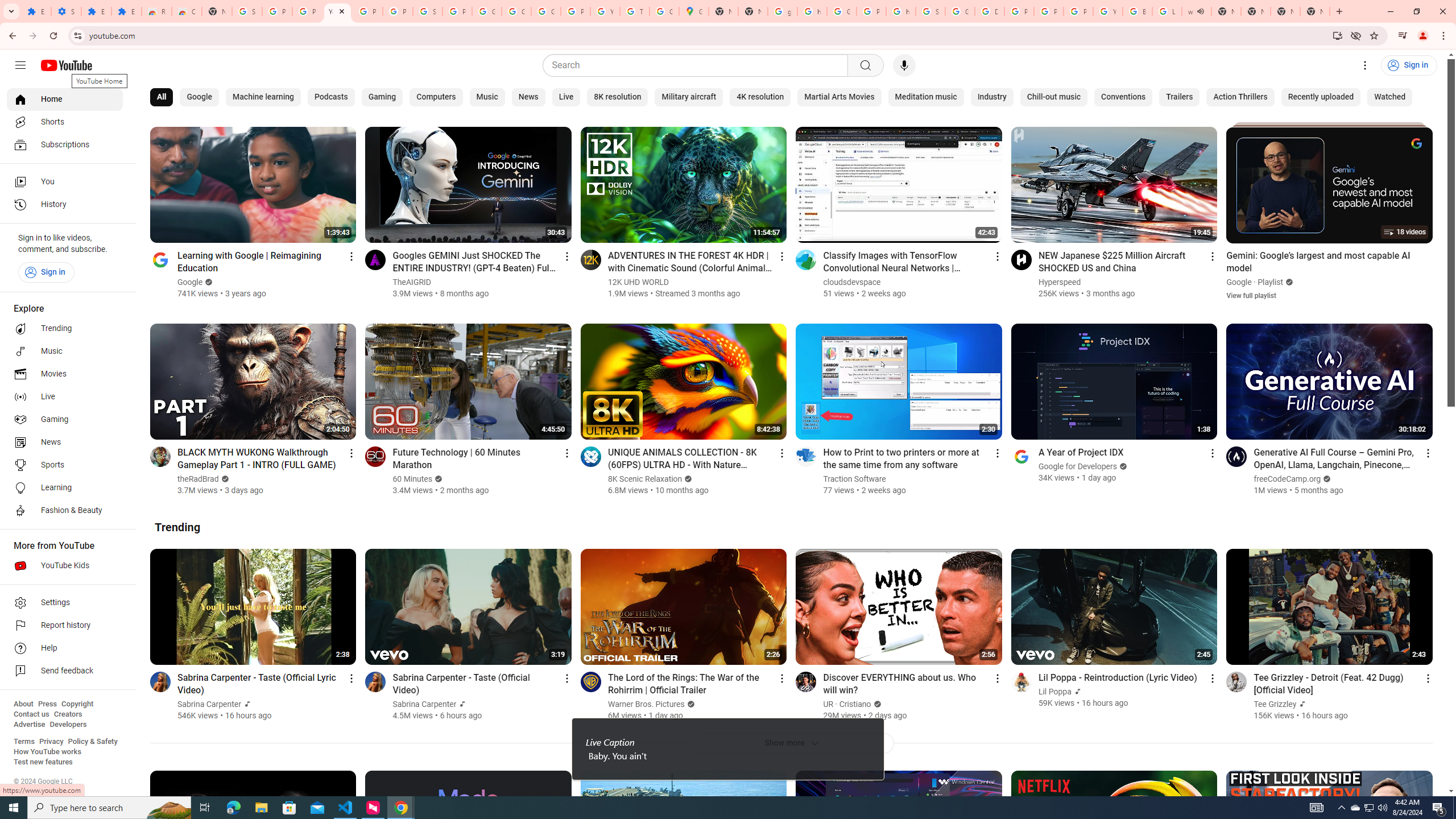 This screenshot has height=819, width=1456. Describe the element at coordinates (991, 97) in the screenshot. I see `'Industry'` at that location.